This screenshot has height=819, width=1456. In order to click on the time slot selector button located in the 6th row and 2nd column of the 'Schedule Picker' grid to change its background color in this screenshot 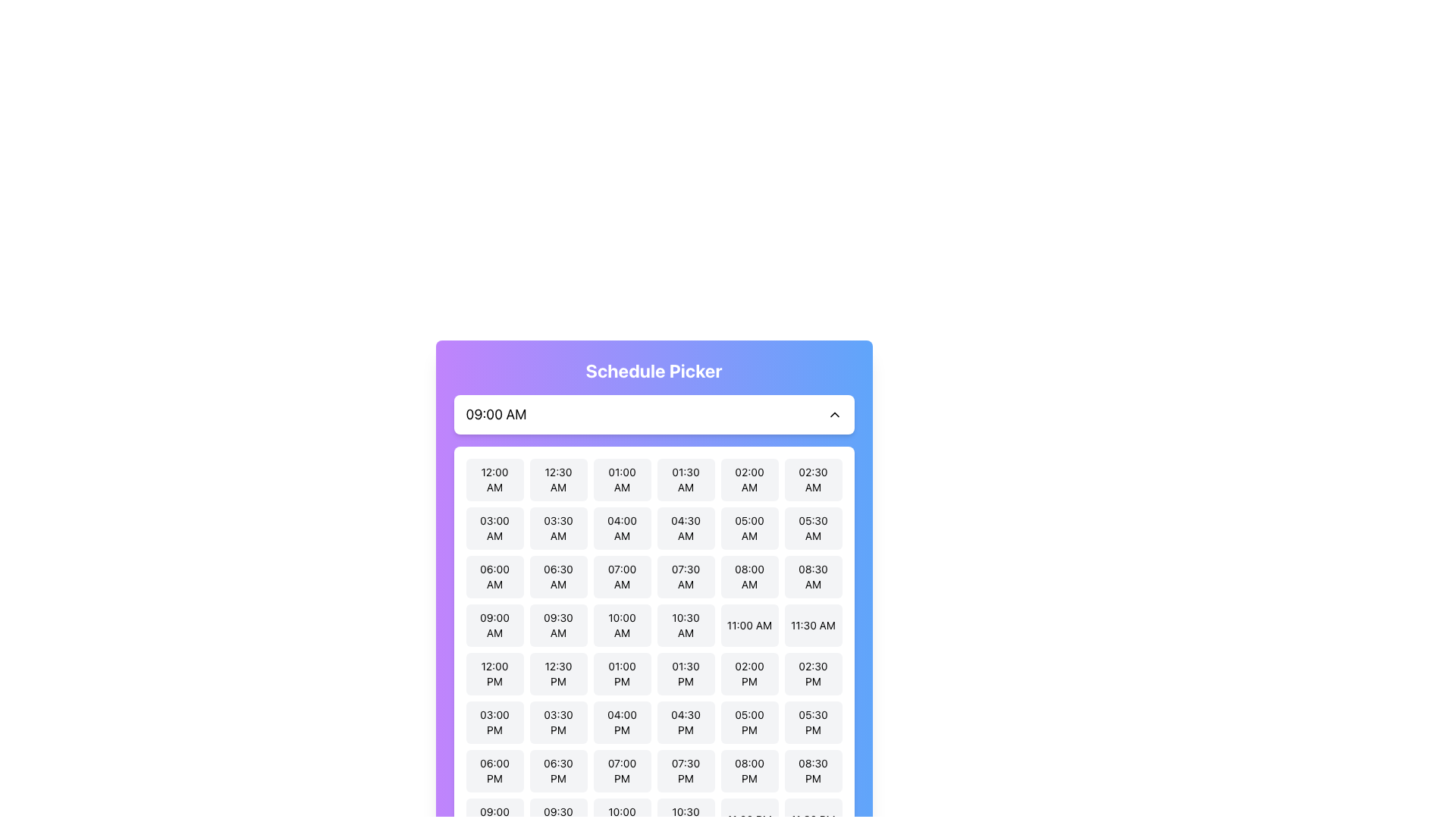, I will do `click(557, 721)`.